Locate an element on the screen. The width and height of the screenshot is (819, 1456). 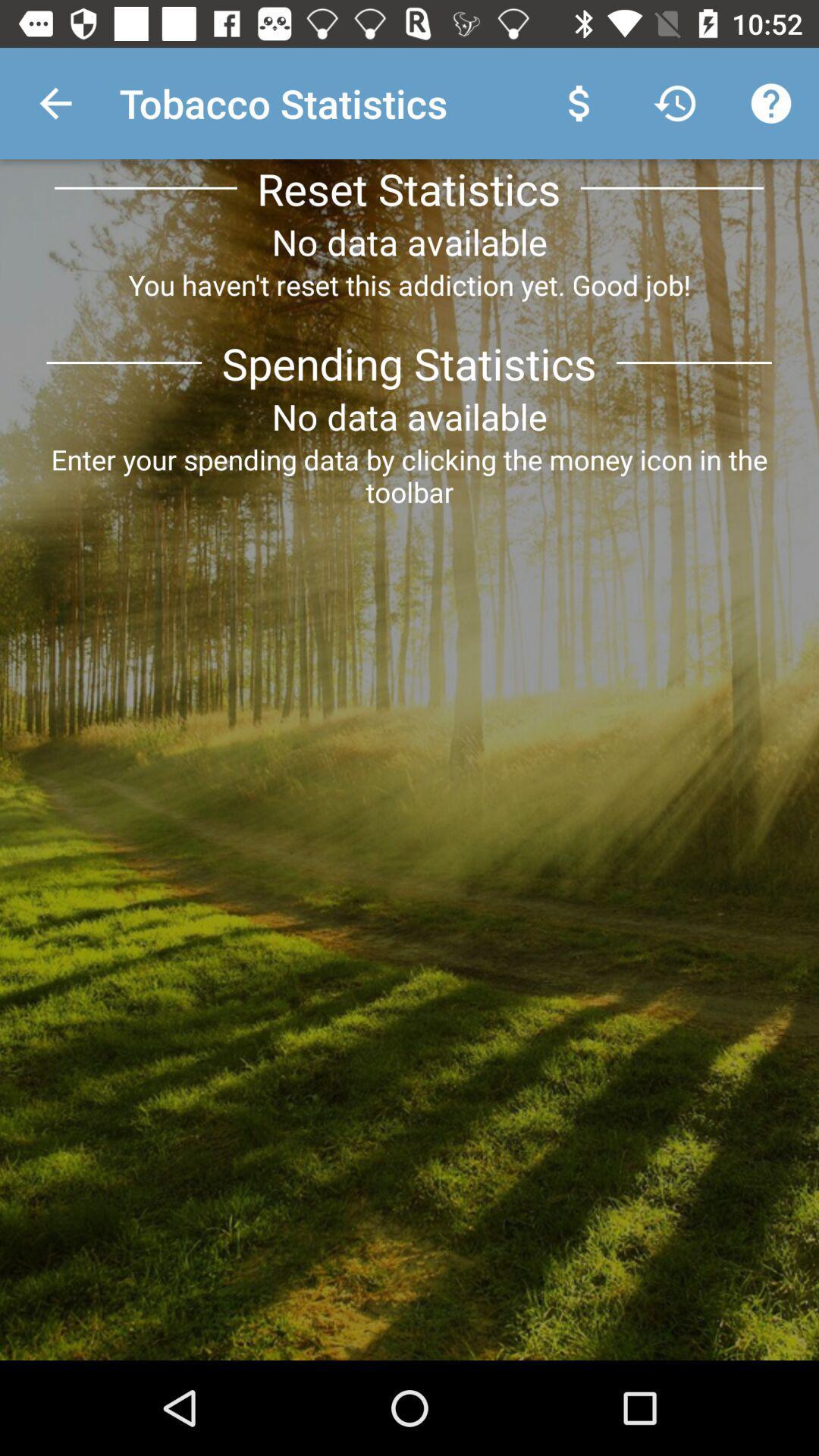
app to the left of the tobacco statistics is located at coordinates (55, 102).